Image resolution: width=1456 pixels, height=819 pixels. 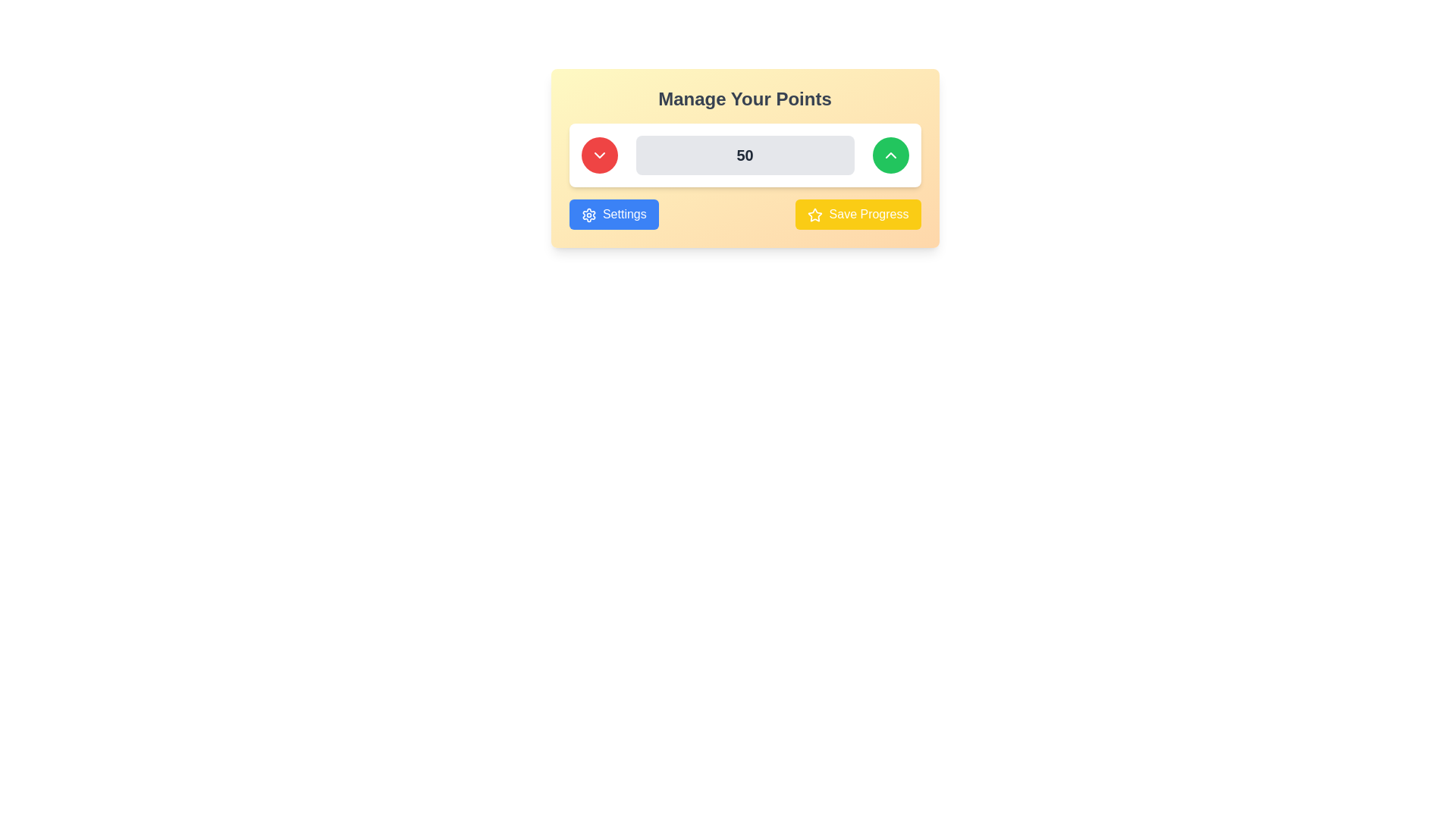 I want to click on the five-pointed star icon, which is filled with a yellow hue and located near the center of the interface, so click(x=814, y=215).